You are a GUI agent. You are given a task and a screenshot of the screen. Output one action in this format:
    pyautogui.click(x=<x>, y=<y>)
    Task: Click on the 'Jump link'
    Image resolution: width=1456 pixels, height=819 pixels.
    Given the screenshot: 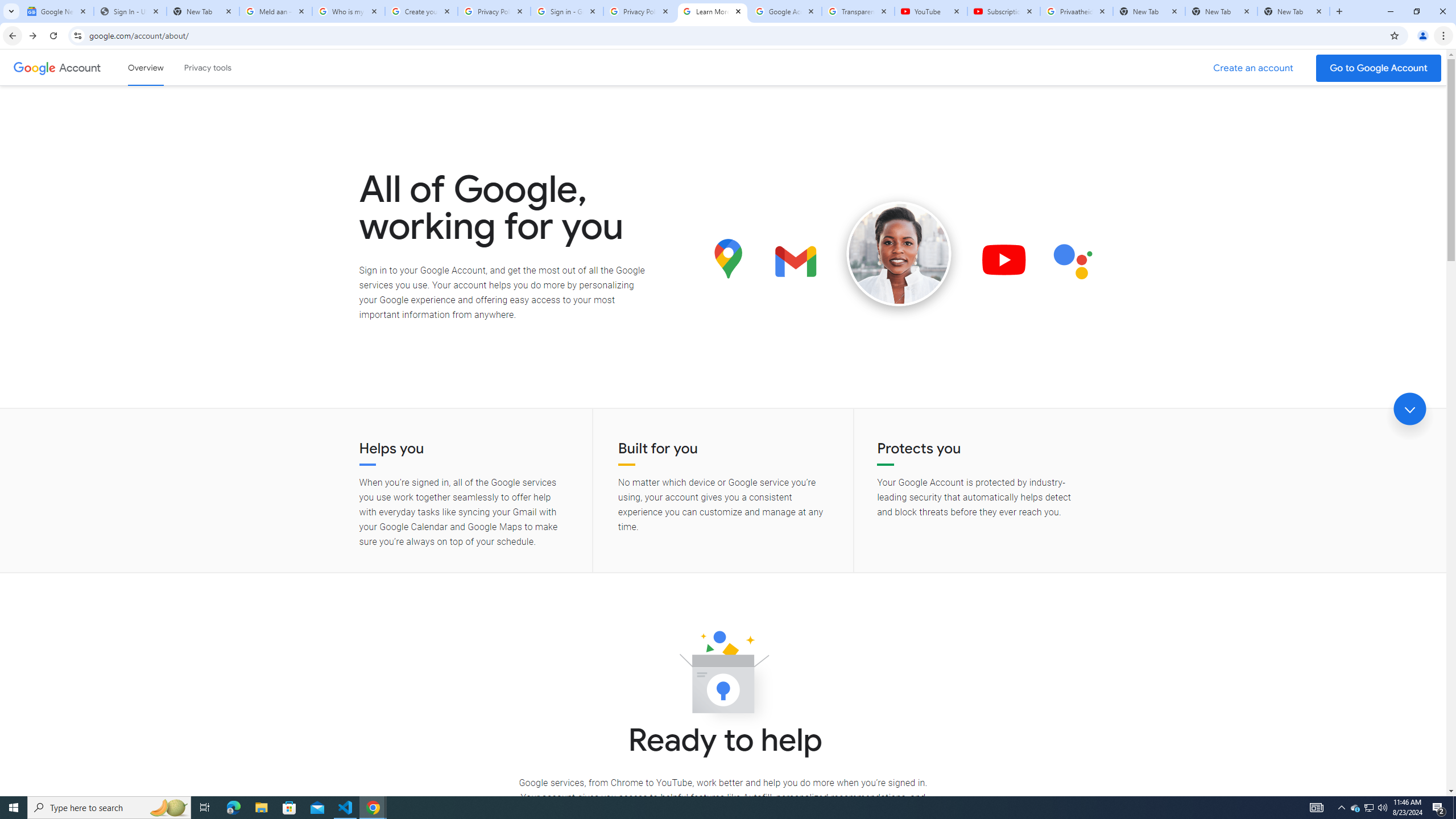 What is the action you would take?
    pyautogui.click(x=1409, y=409)
    